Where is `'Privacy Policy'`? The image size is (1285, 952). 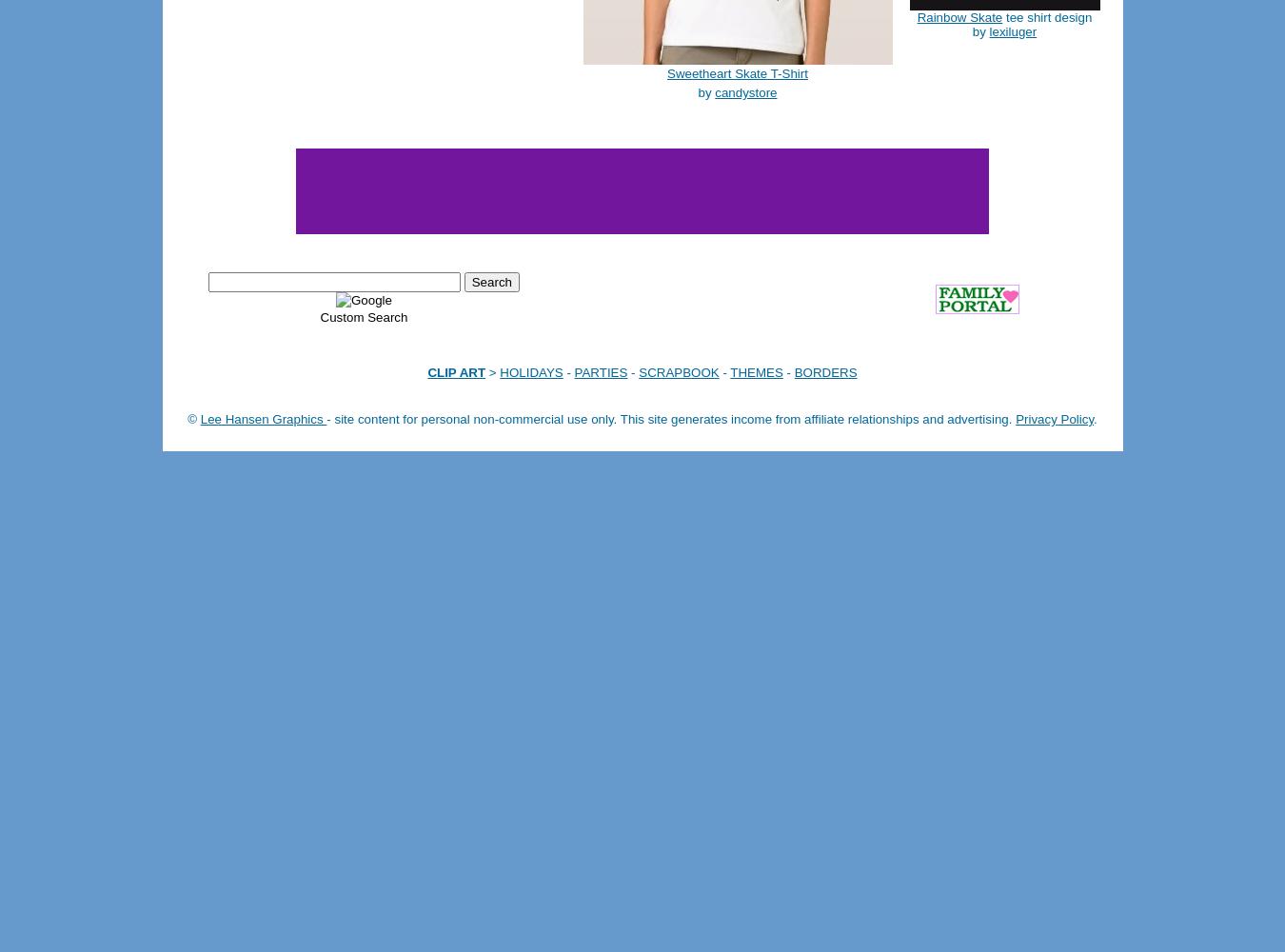 'Privacy Policy' is located at coordinates (1054, 418).